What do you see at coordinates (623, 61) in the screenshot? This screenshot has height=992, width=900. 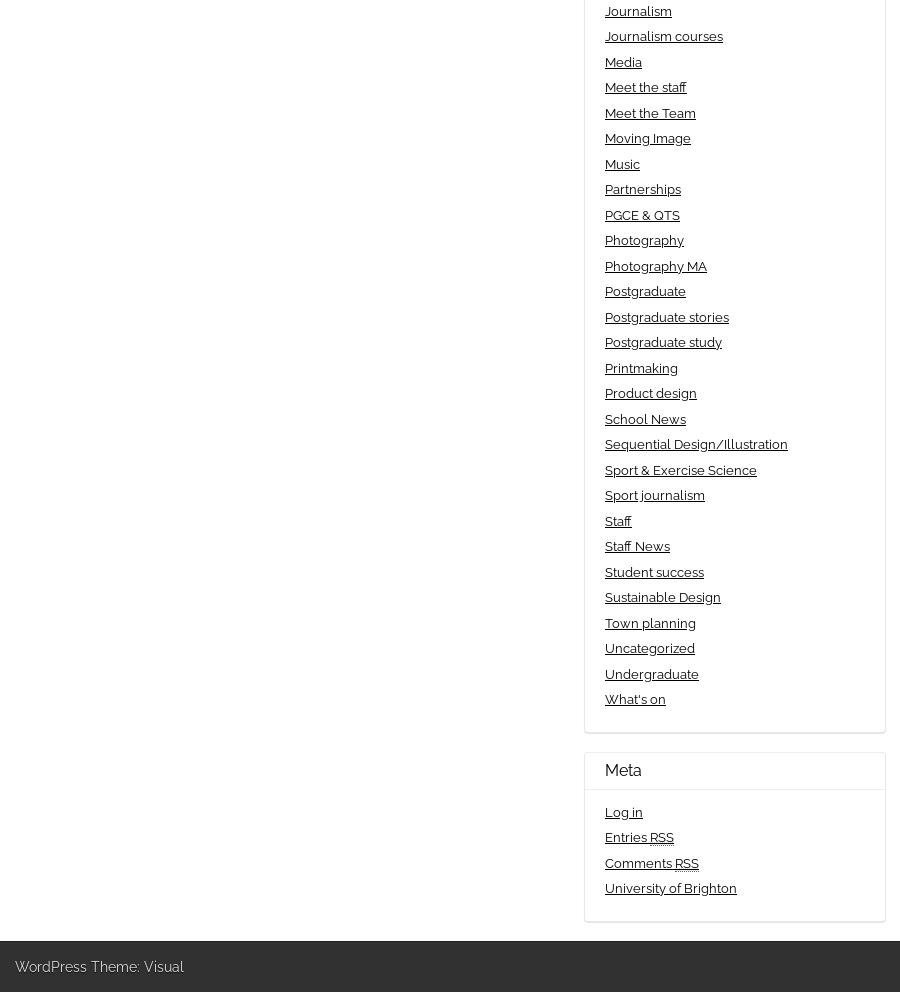 I see `'Media'` at bounding box center [623, 61].